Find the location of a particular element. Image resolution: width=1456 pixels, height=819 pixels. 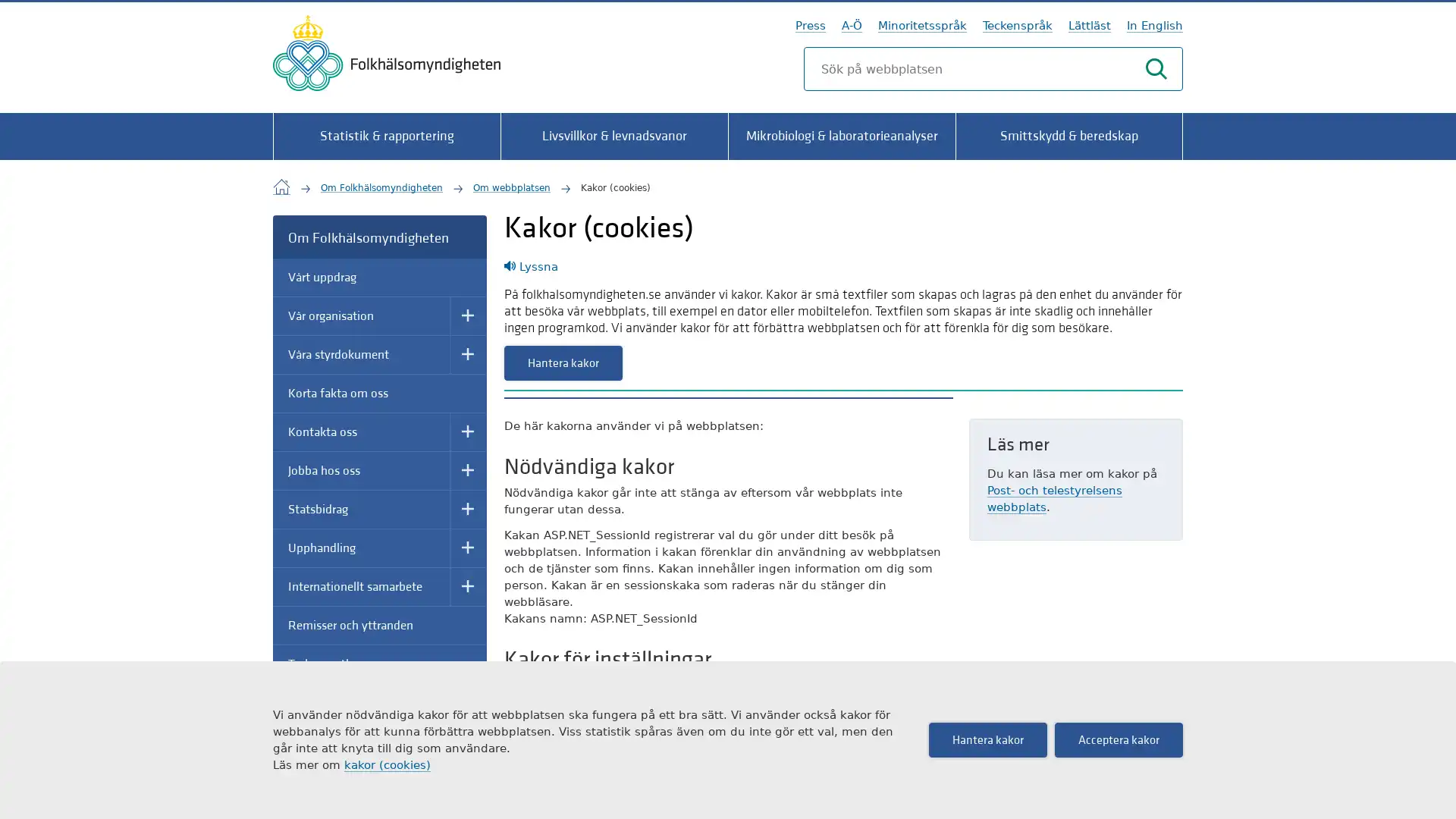

Hantera kakor is located at coordinates (987, 739).